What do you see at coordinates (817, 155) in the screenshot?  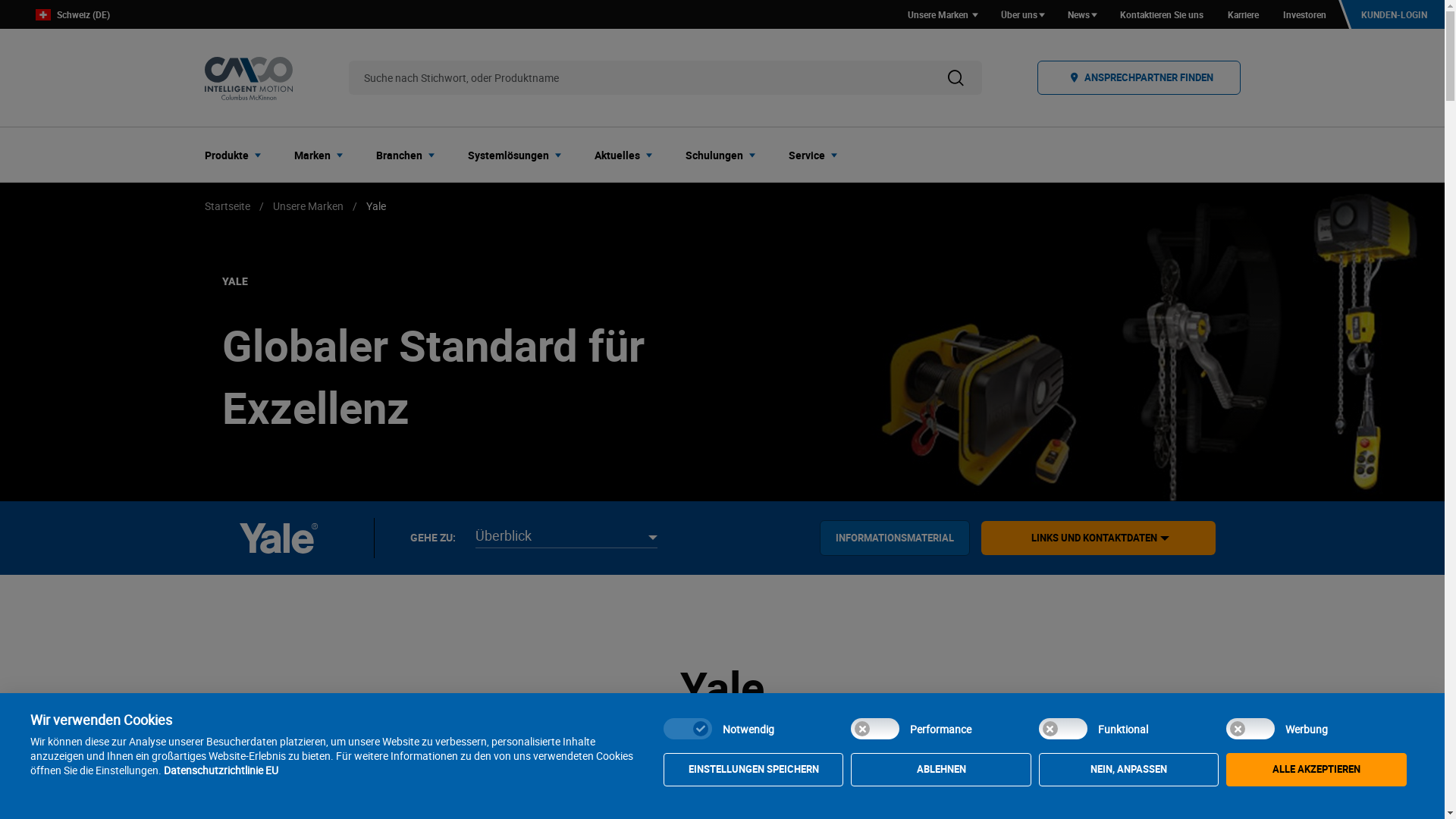 I see `'Service'` at bounding box center [817, 155].